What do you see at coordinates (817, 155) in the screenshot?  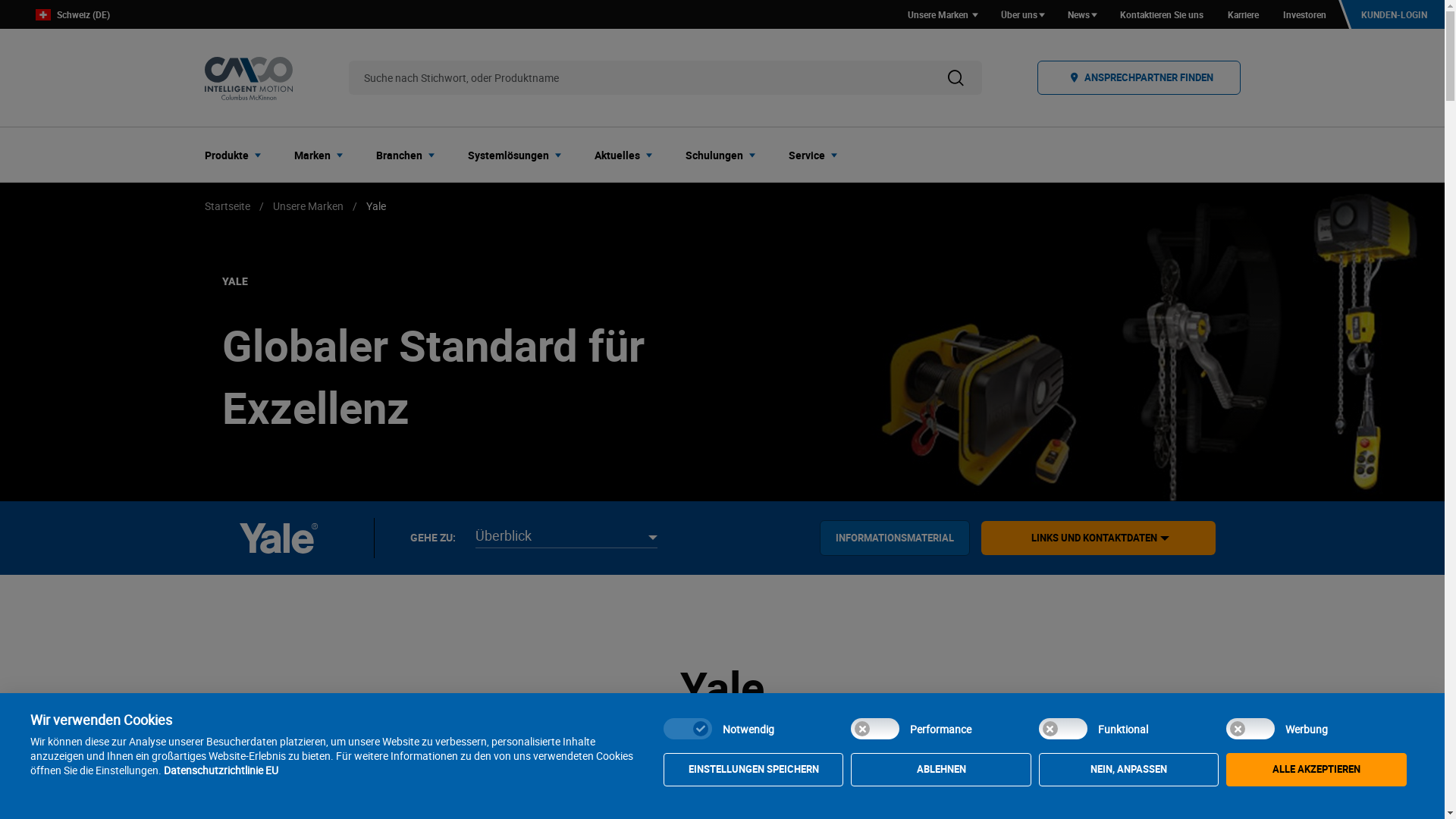 I see `'Service'` at bounding box center [817, 155].